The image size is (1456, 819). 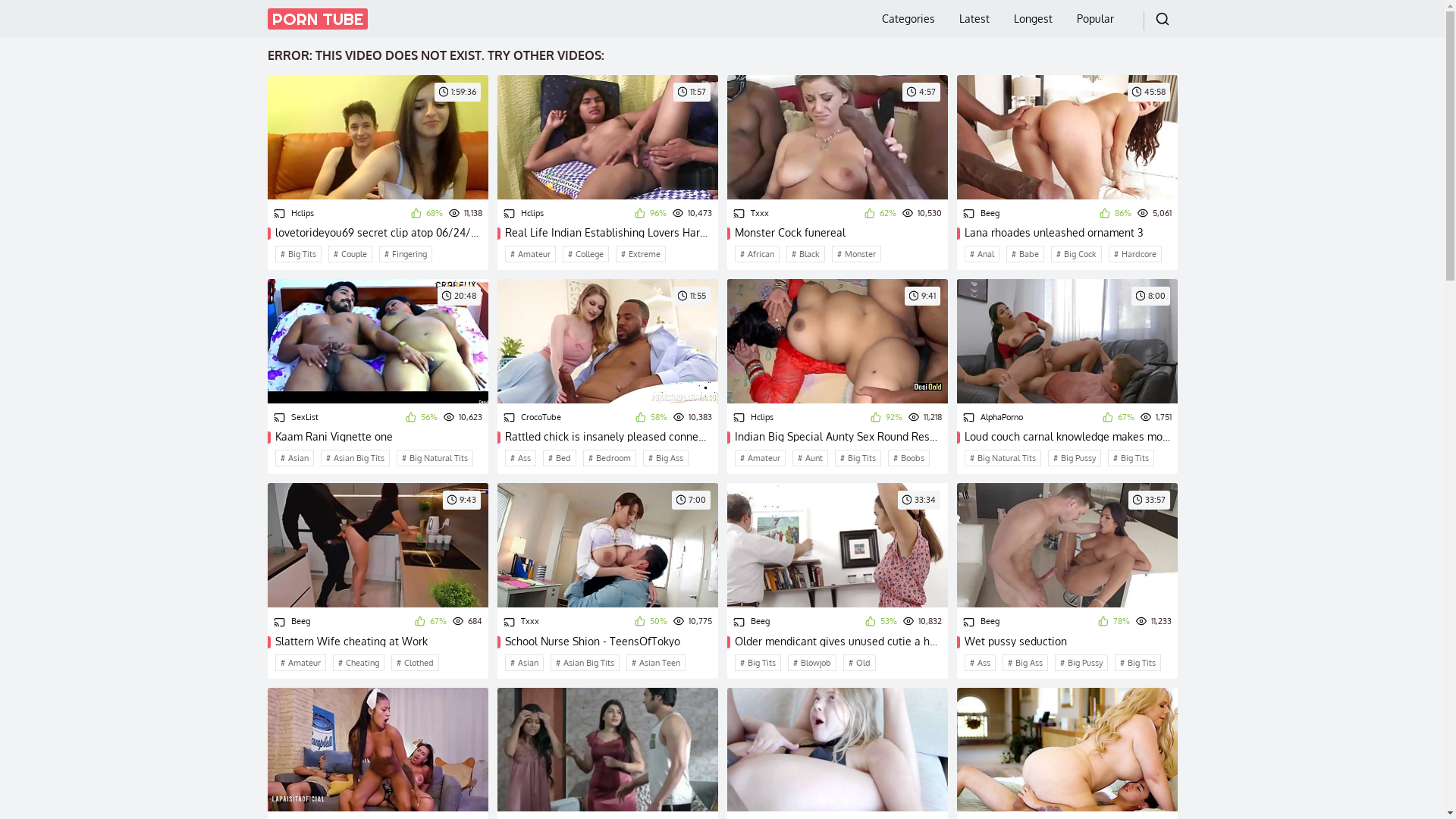 I want to click on 'School Nurse Shion - TeensOfTokyo', so click(x=505, y=641).